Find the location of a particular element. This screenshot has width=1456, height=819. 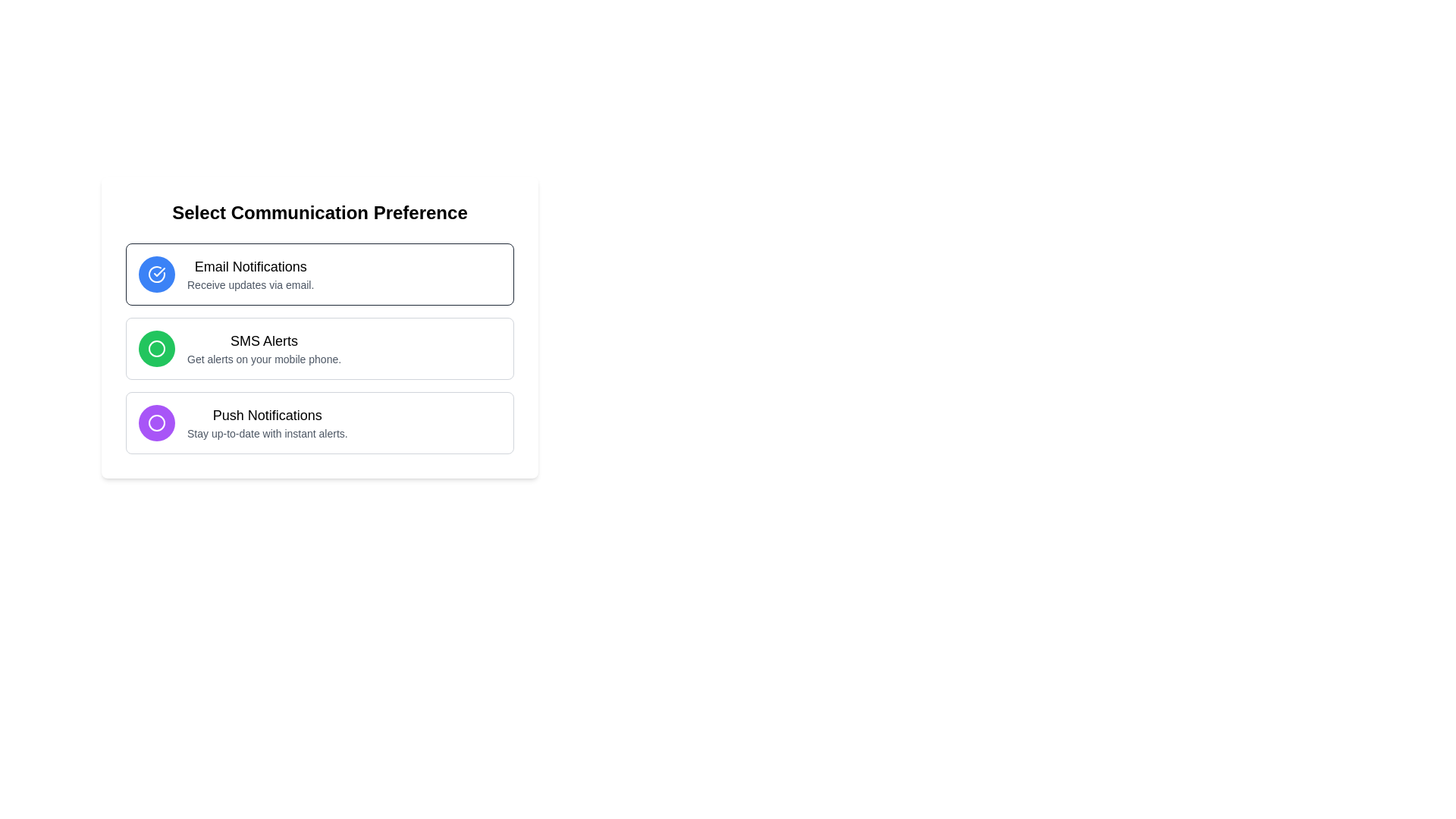

the icon indicating the selected state for the 'Email Notifications' option, which is located to the left of the option's main text in the communication preferences list is located at coordinates (159, 271).